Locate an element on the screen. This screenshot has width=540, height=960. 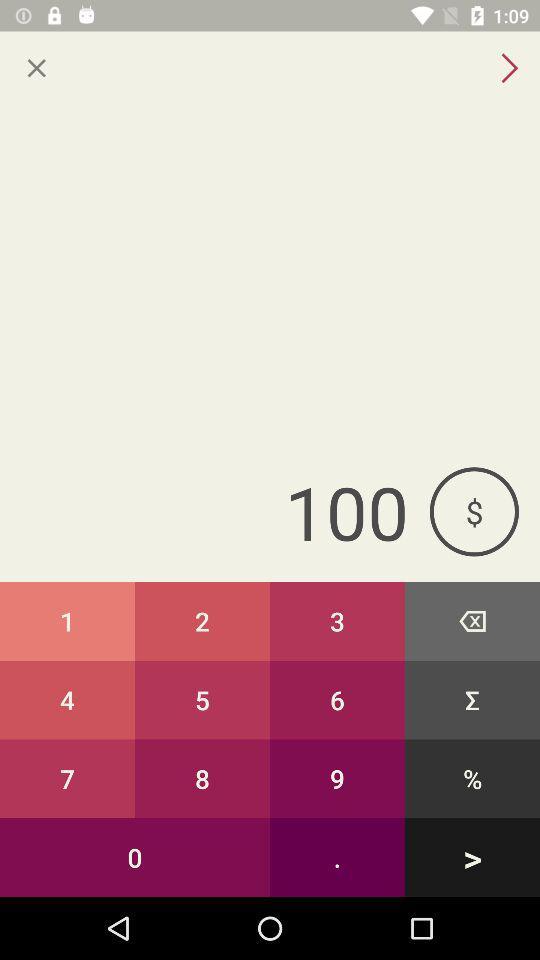
the icon below the 2 icon is located at coordinates (337, 700).